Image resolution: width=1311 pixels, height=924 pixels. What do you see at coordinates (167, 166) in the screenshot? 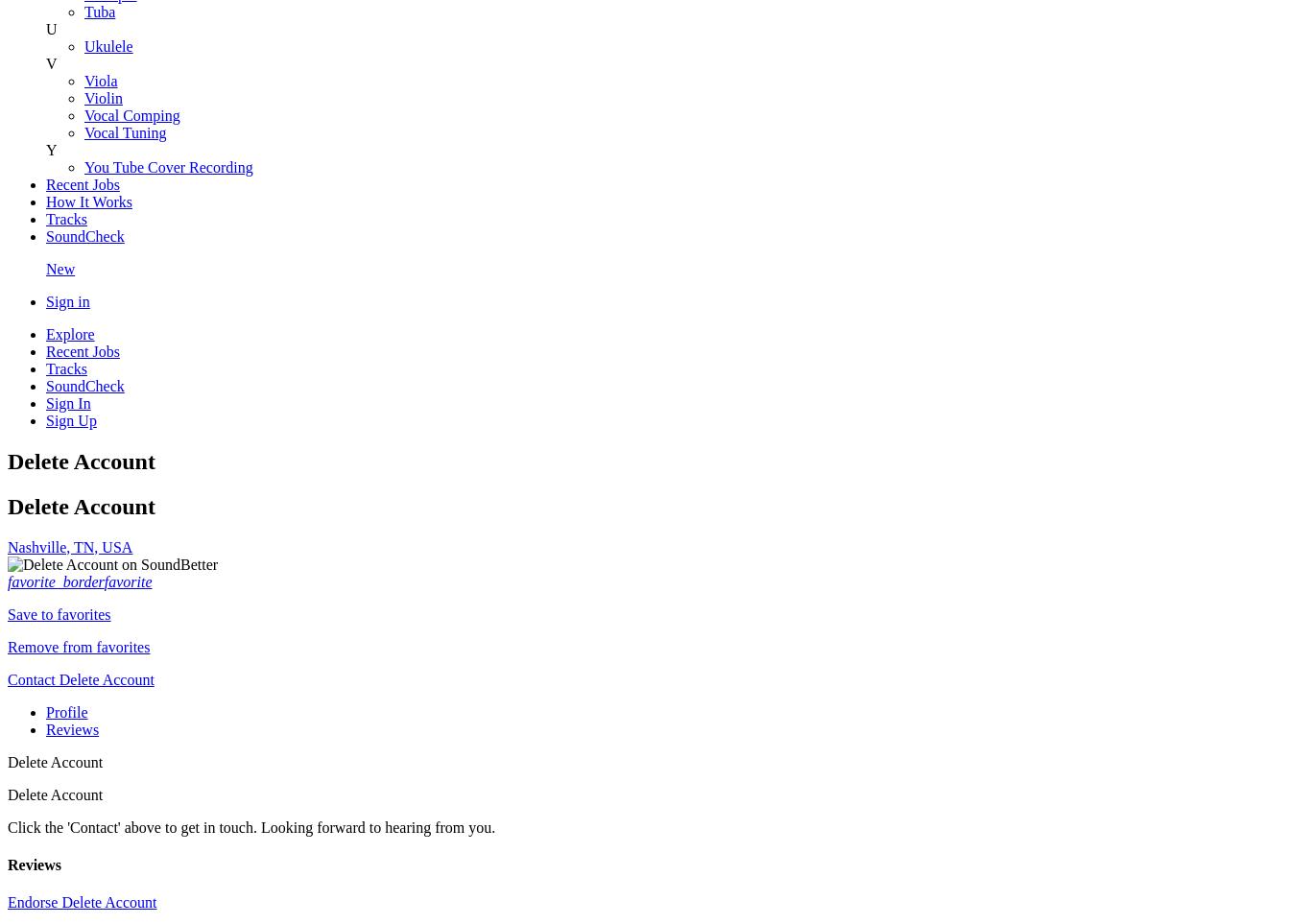
I see `'You Tube Cover Recording'` at bounding box center [167, 166].